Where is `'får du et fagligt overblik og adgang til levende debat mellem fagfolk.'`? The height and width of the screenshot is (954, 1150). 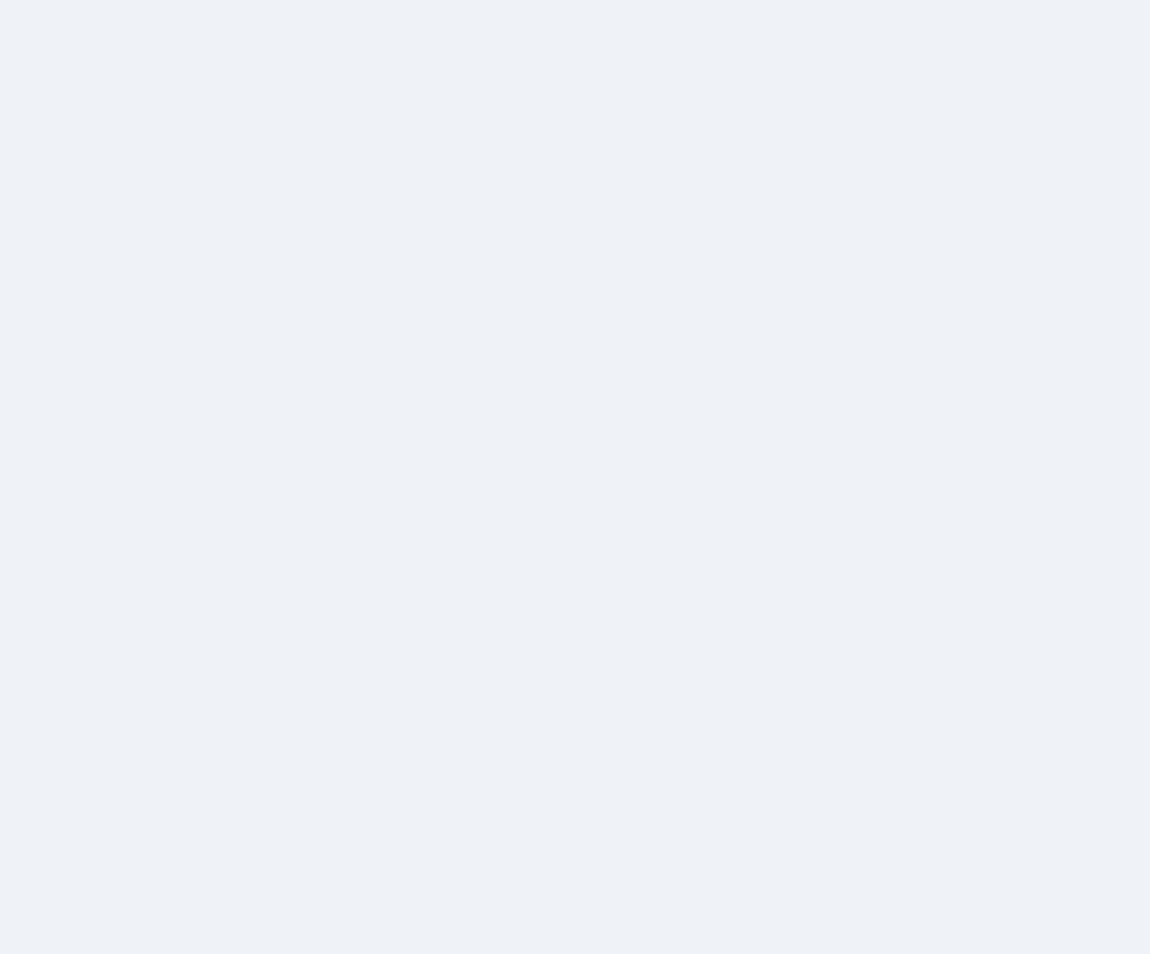 'får du et fagligt overblik og adgang til levende debat mellem fagfolk.' is located at coordinates (359, 717).